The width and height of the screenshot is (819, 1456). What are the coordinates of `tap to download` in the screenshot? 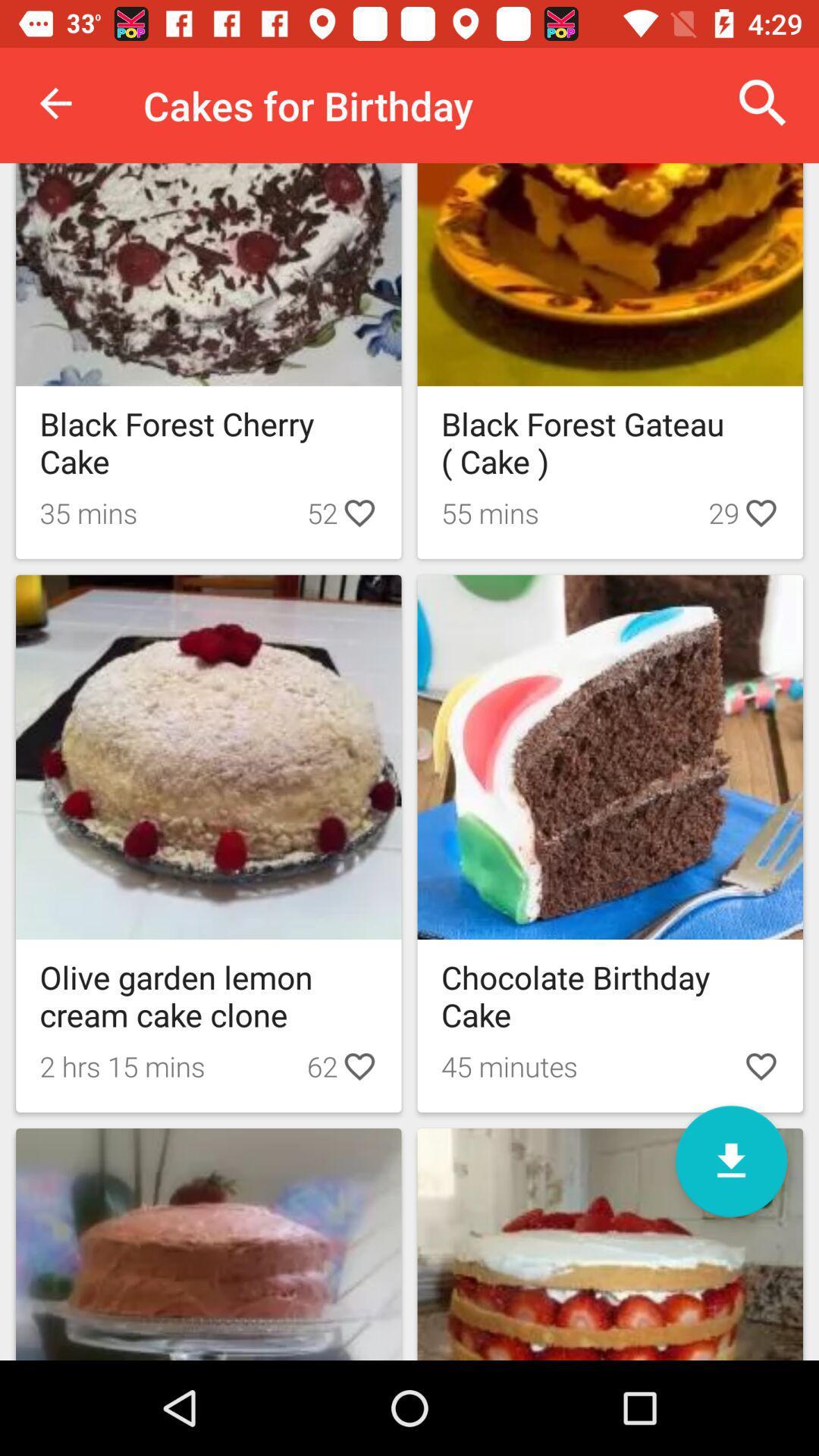 It's located at (730, 1160).